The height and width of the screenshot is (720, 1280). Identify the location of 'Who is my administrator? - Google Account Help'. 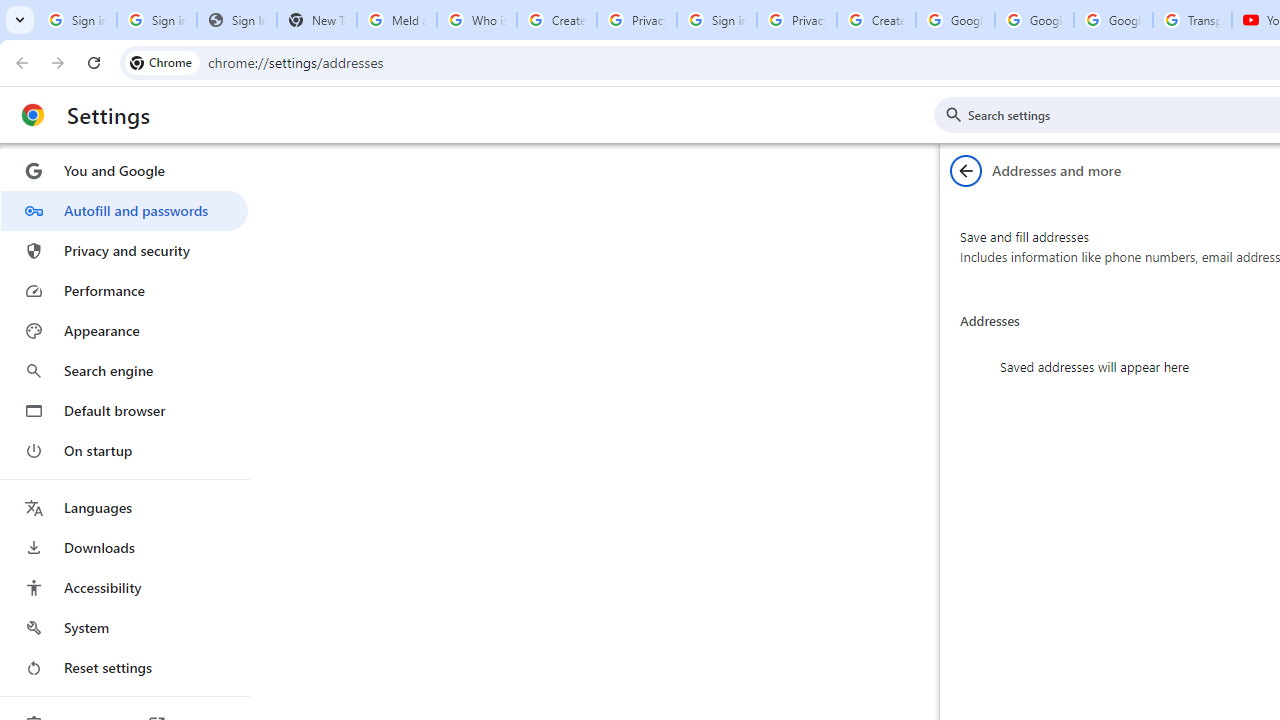
(475, 20).